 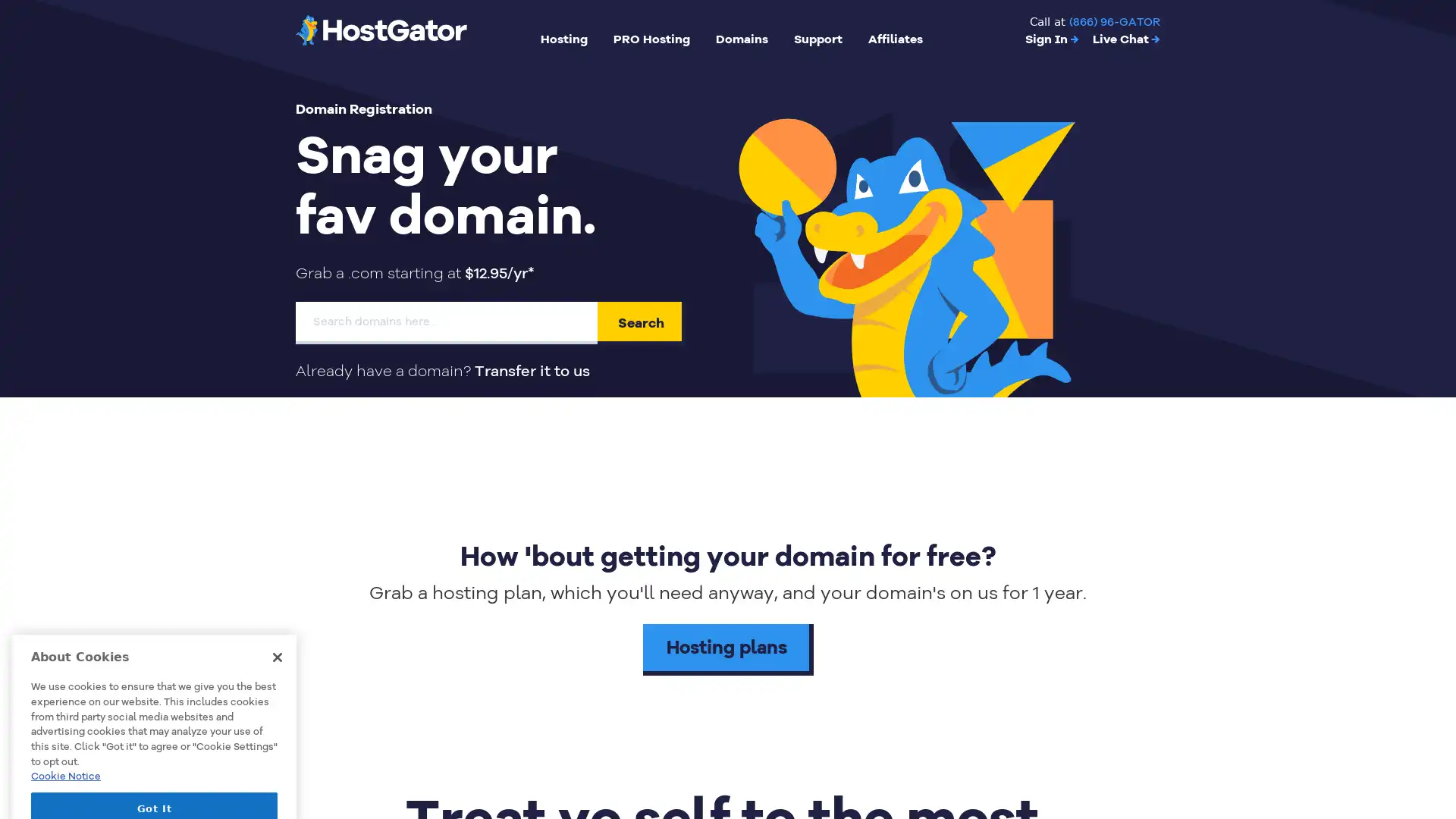 What do you see at coordinates (499, 273) in the screenshot?
I see `$12.95/yr*` at bounding box center [499, 273].